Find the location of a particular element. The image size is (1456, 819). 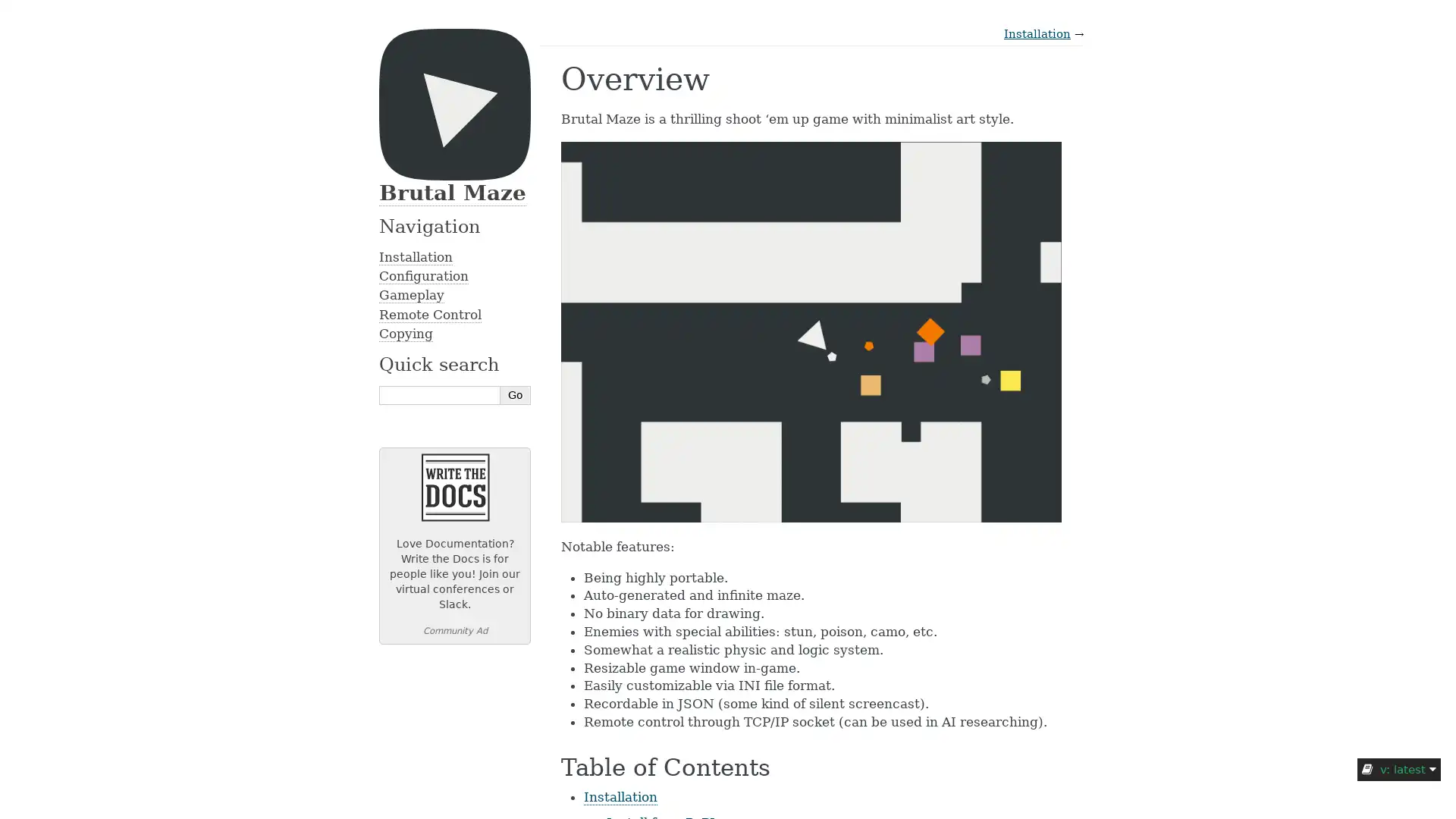

Go is located at coordinates (516, 394).